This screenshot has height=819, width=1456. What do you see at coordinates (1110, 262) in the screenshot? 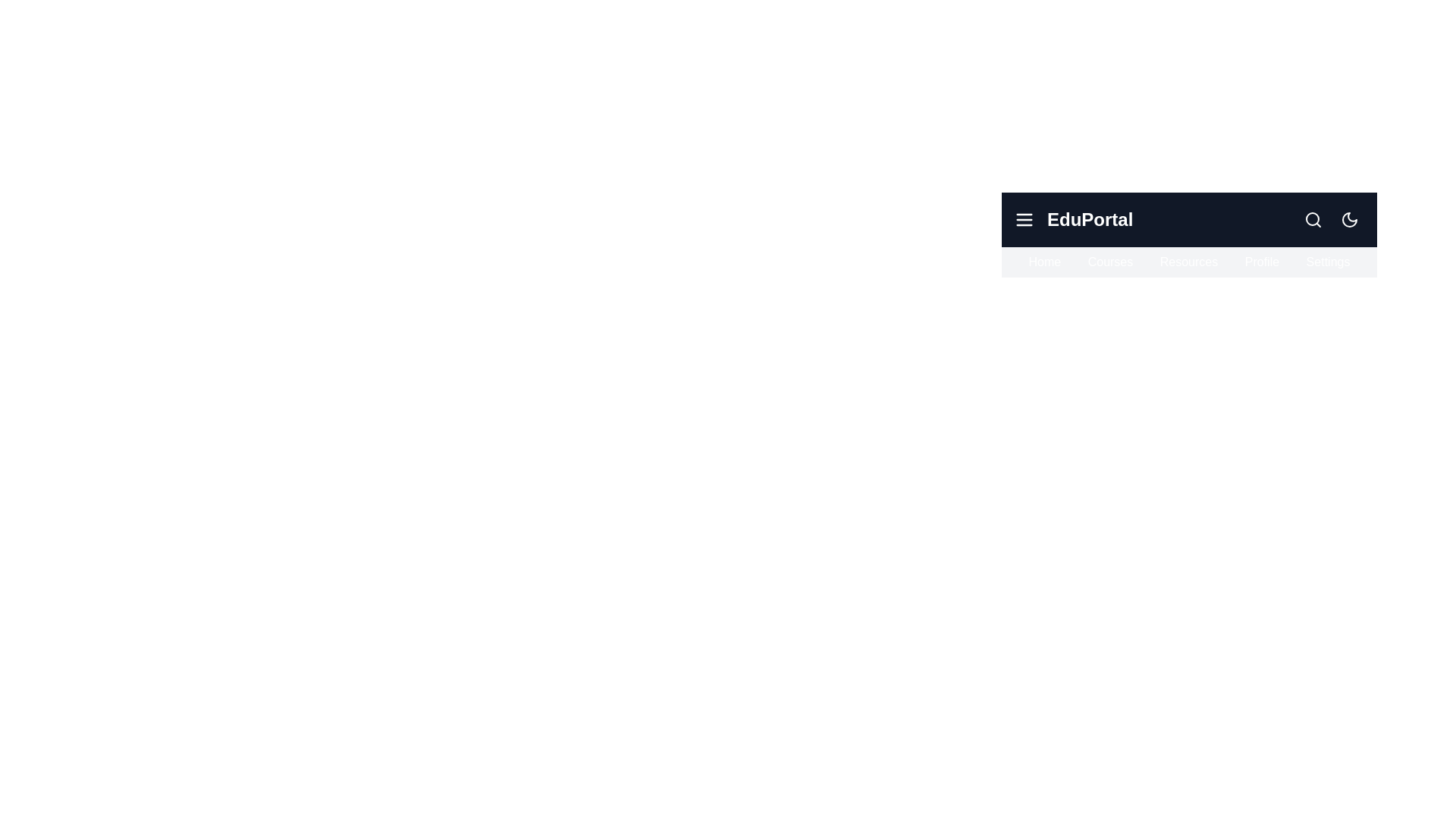
I see `the navigation item Courses from the navigation bar` at bounding box center [1110, 262].